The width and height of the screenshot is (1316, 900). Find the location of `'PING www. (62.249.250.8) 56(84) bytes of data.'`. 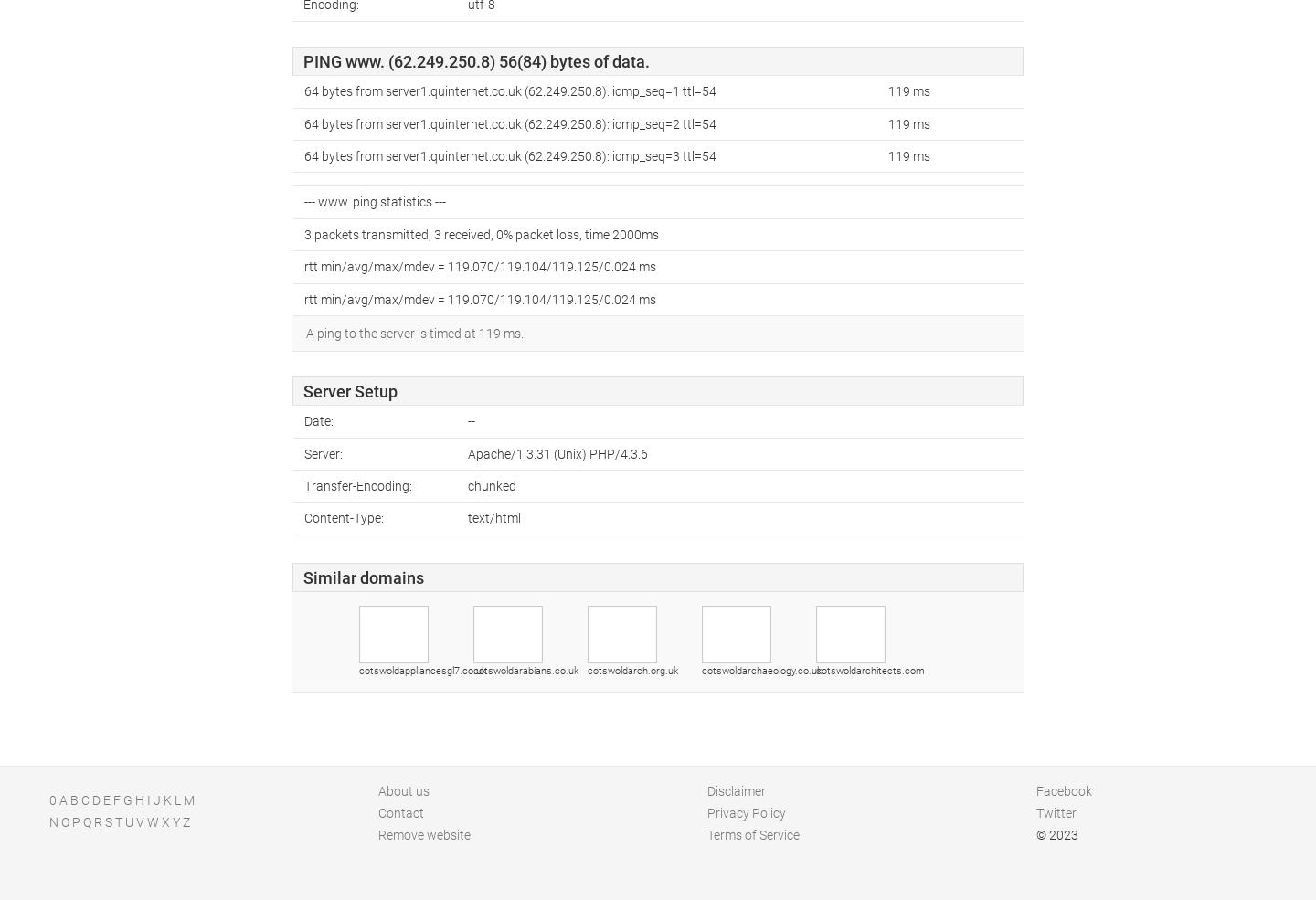

'PING www. (62.249.250.8) 56(84) bytes of data.' is located at coordinates (475, 59).